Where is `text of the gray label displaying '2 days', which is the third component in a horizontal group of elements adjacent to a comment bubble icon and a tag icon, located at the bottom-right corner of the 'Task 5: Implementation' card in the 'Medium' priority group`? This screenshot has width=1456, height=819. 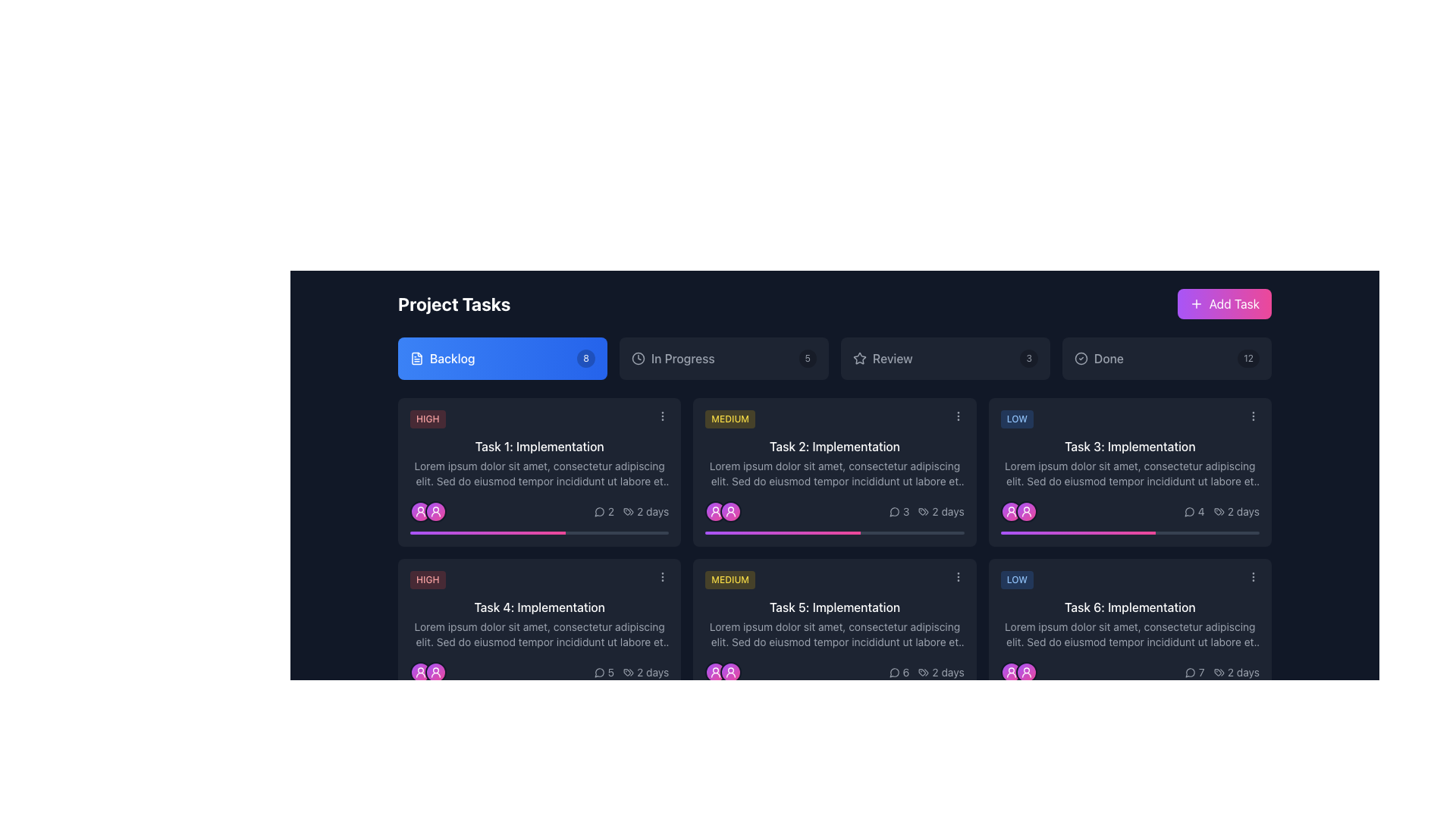 text of the gray label displaying '2 days', which is the third component in a horizontal group of elements adjacent to a comment bubble icon and a tag icon, located at the bottom-right corner of the 'Task 5: Implementation' card in the 'Medium' priority group is located at coordinates (926, 672).